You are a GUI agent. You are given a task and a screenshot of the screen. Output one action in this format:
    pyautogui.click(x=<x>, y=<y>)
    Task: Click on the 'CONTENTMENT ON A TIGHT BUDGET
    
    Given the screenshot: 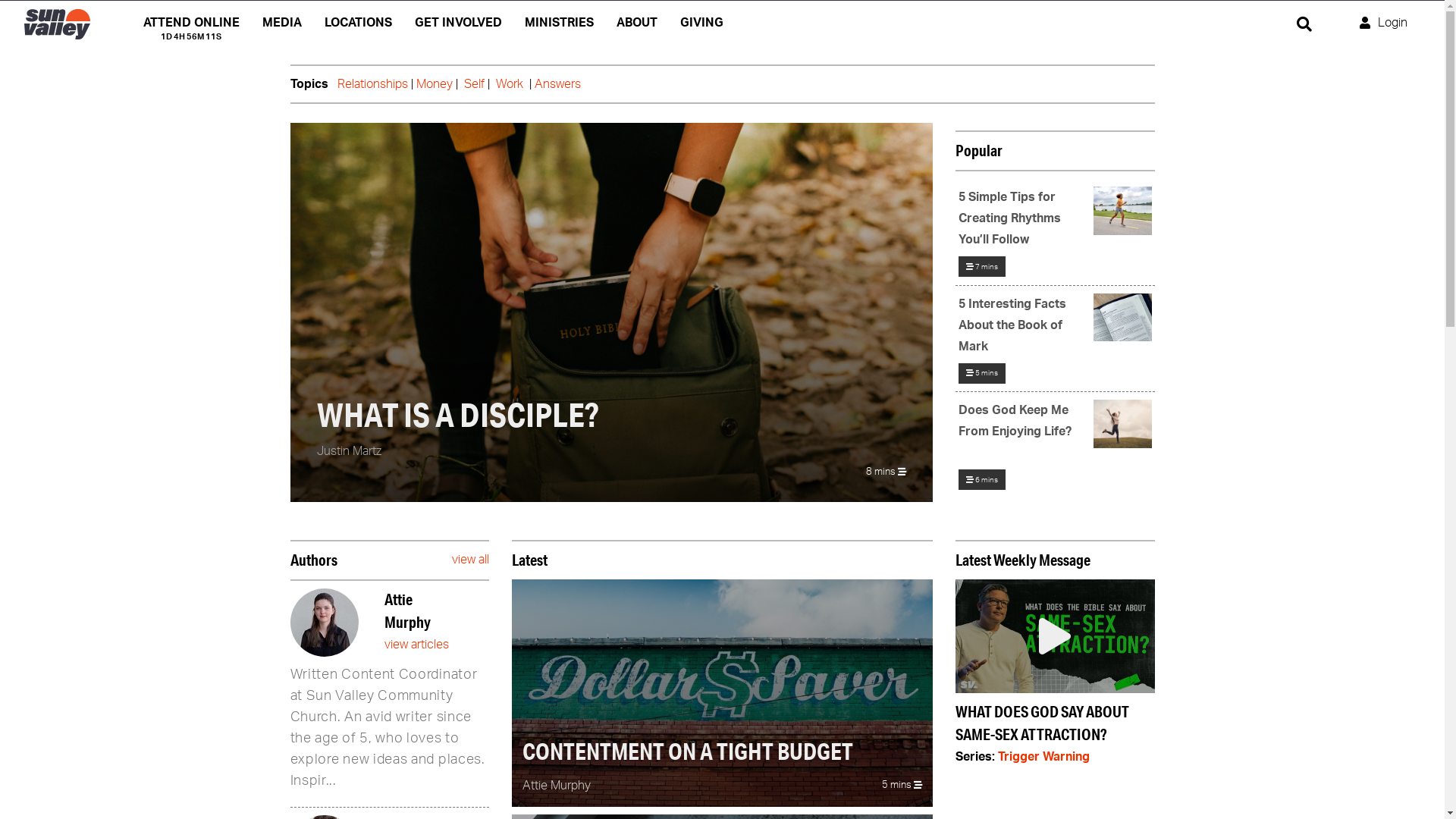 What is the action you would take?
    pyautogui.click(x=721, y=693)
    